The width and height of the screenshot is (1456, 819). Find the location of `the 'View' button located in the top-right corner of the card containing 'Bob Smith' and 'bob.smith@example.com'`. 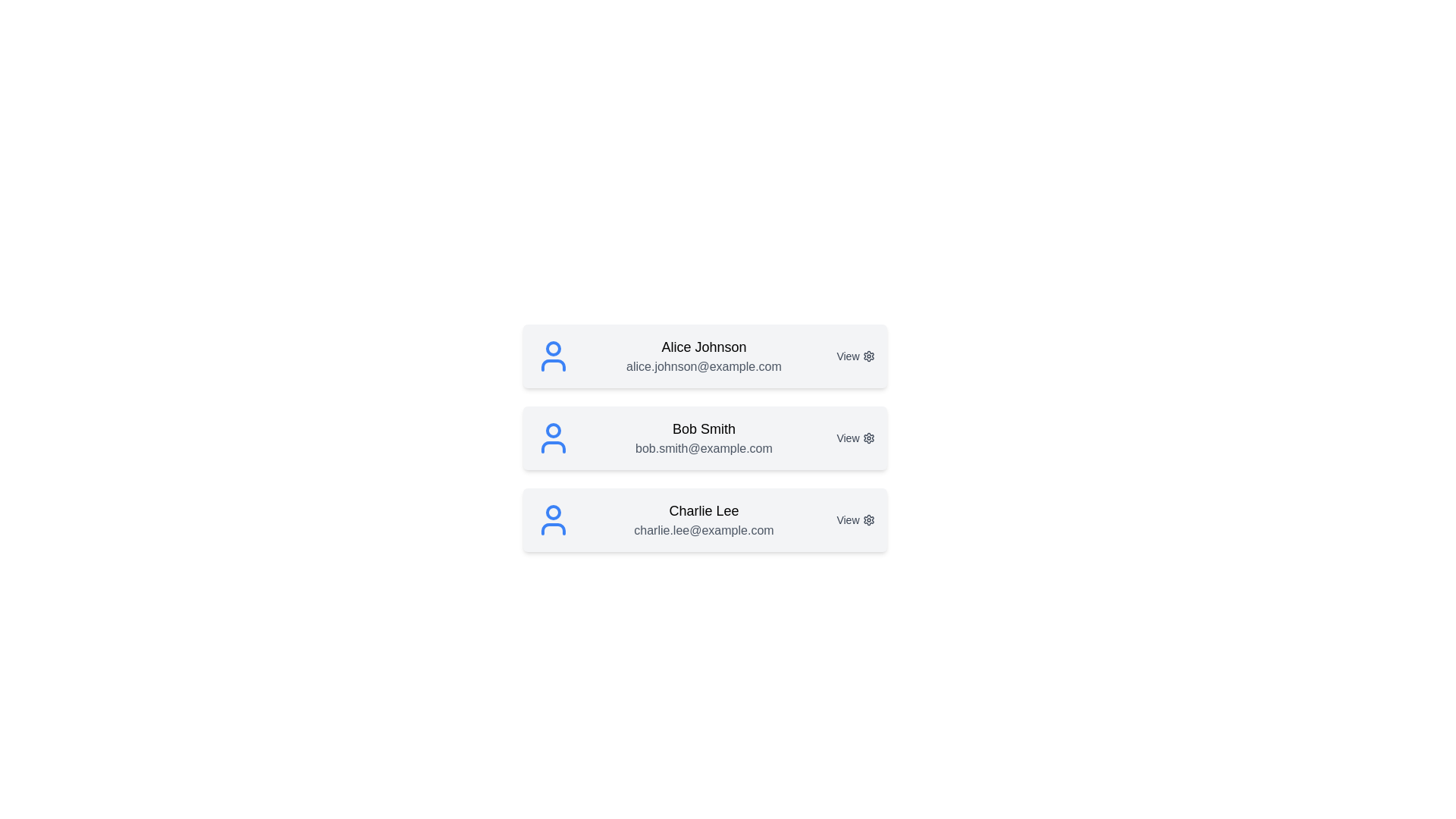

the 'View' button located in the top-right corner of the card containing 'Bob Smith' and 'bob.smith@example.com' is located at coordinates (855, 438).